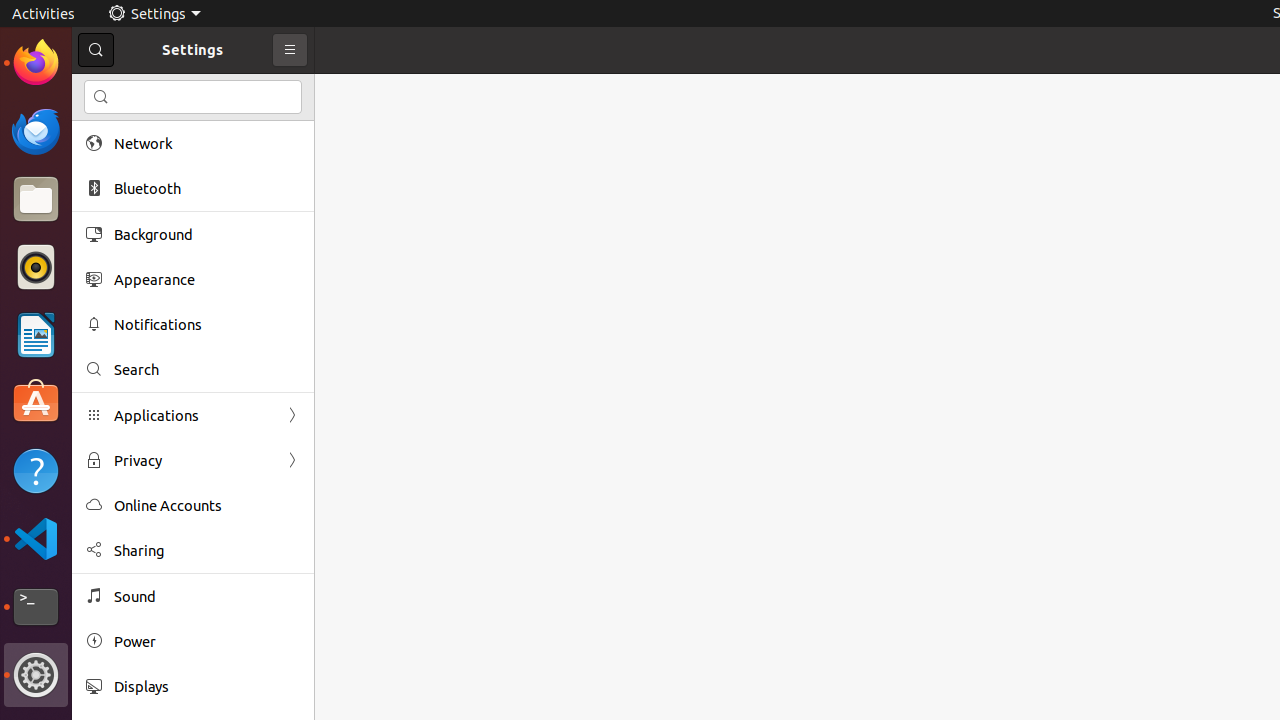 The image size is (1280, 720). Describe the element at coordinates (153, 13) in the screenshot. I see `'Settings'` at that location.